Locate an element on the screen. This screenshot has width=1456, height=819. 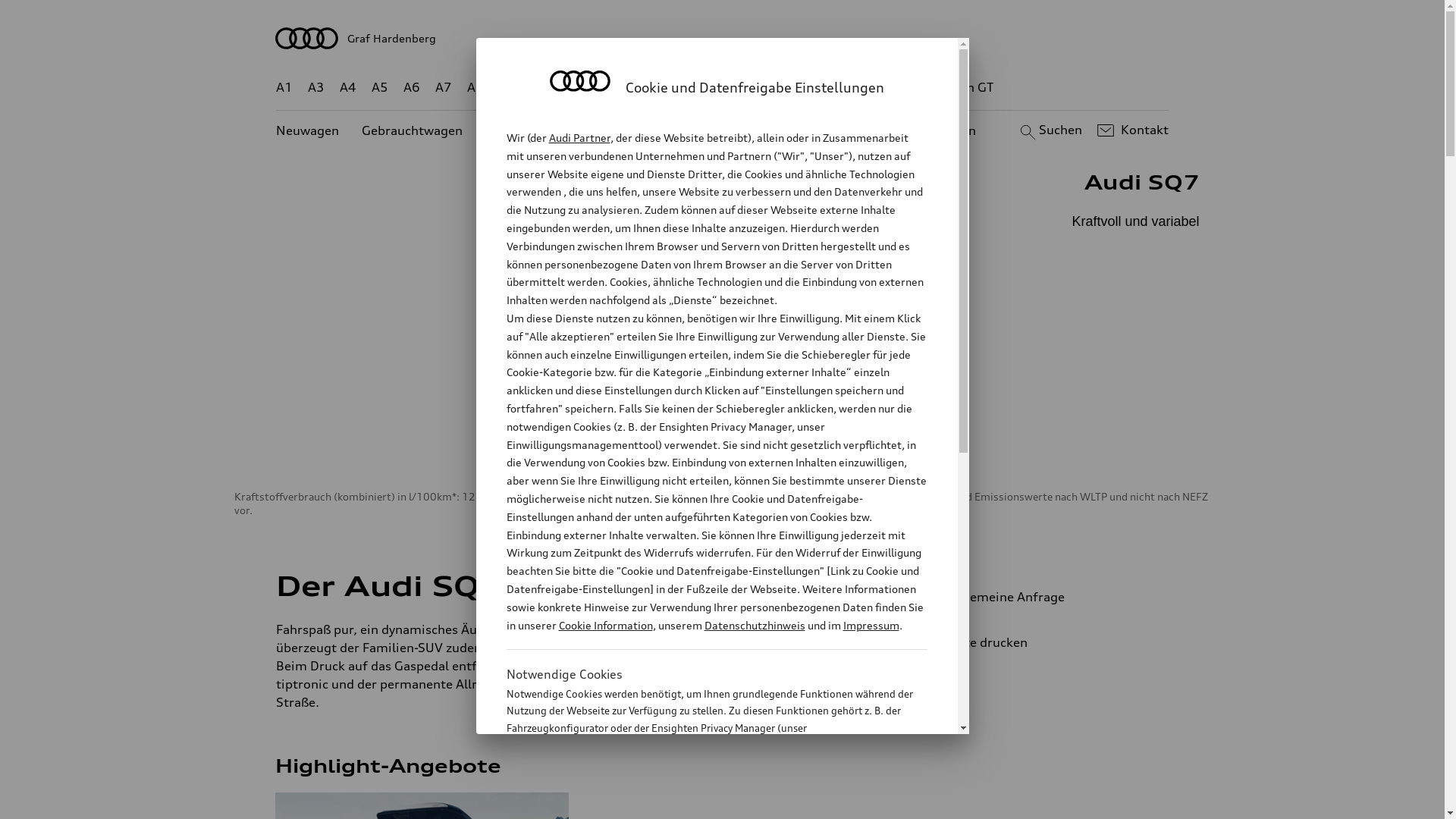
'Neuwagen' is located at coordinates (306, 130).